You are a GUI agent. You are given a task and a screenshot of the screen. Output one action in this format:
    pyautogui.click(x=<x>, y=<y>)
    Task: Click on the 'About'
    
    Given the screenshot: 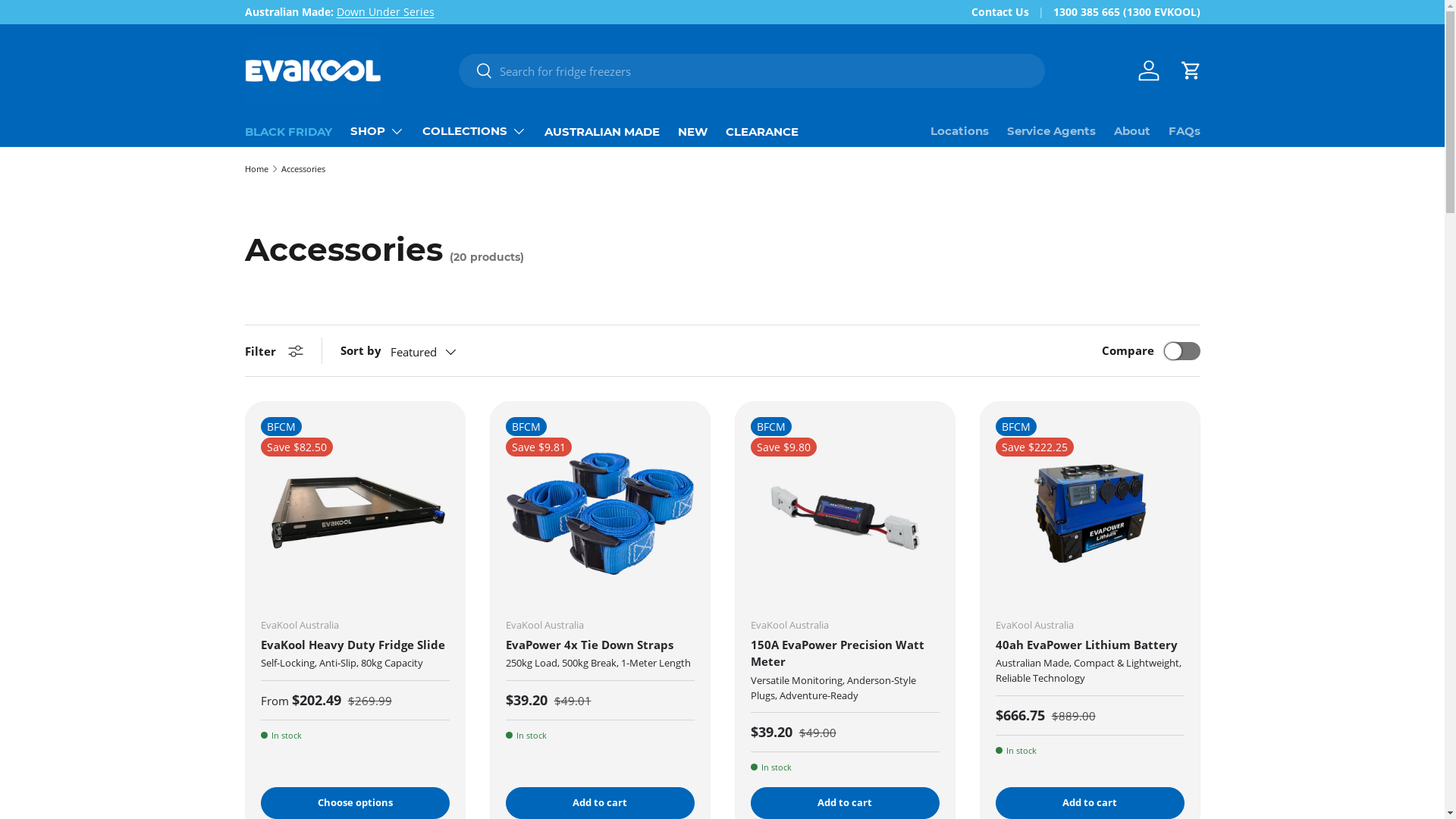 What is the action you would take?
    pyautogui.click(x=1113, y=130)
    